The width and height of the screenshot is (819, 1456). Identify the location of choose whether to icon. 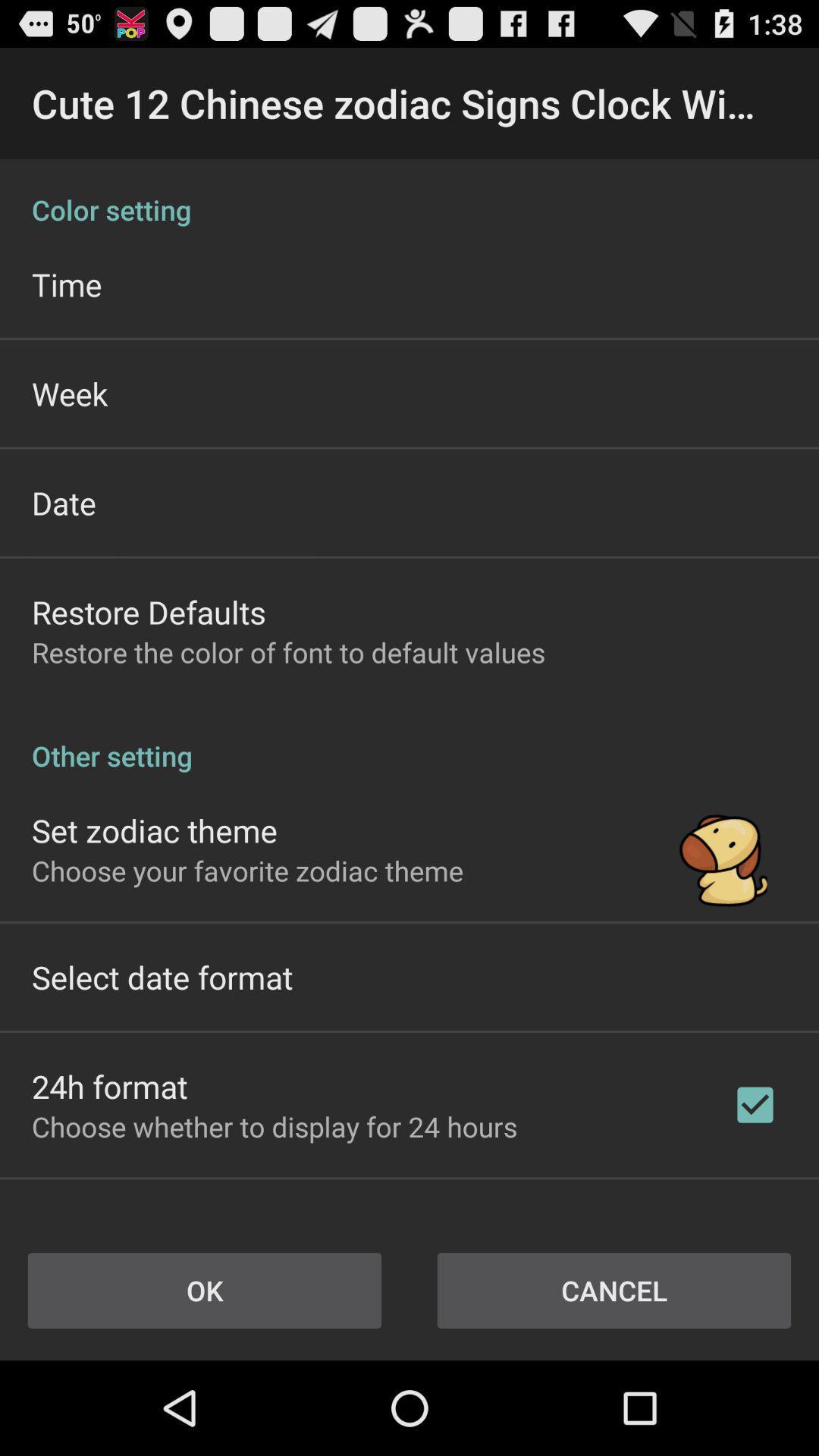
(275, 1126).